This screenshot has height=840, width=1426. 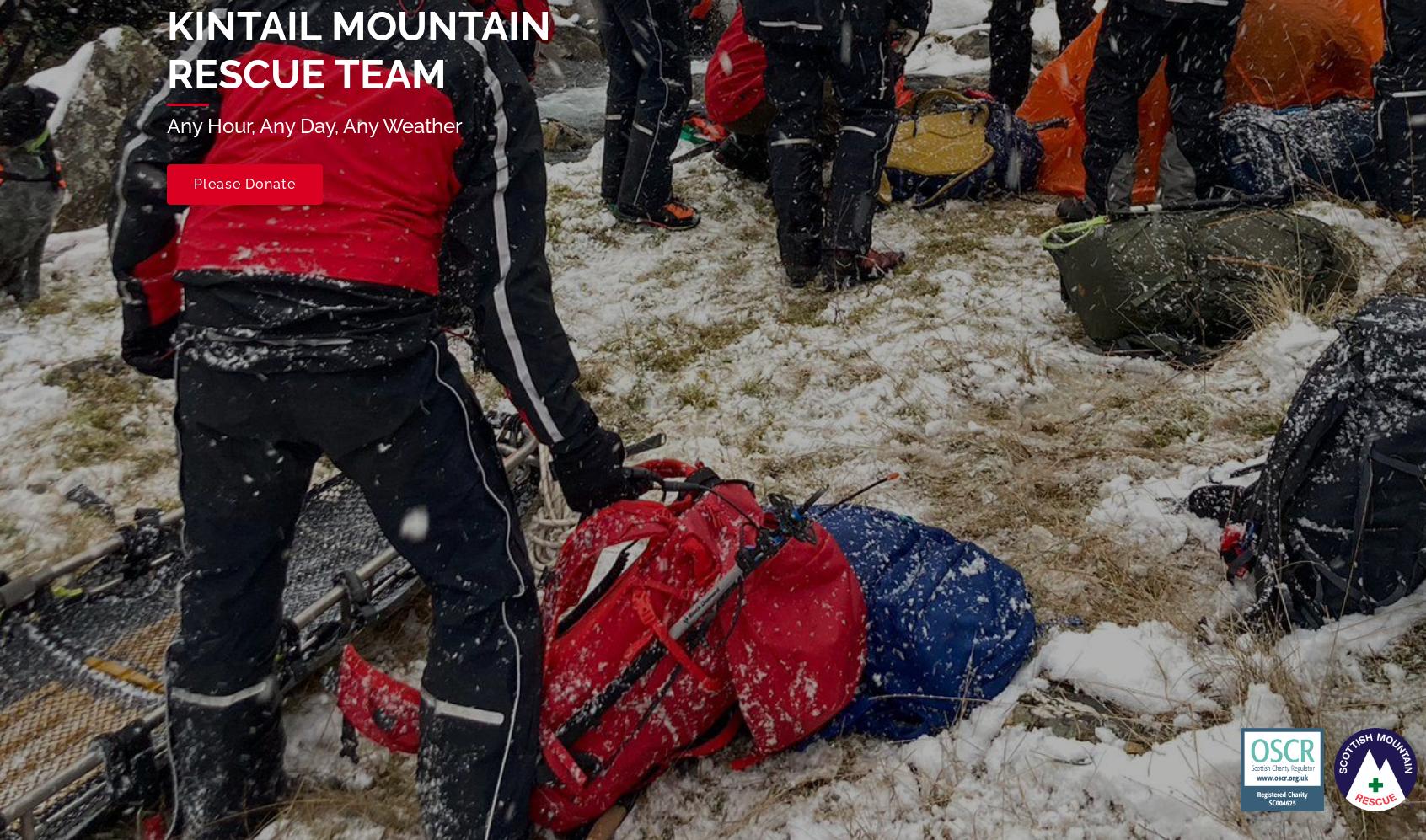 I want to click on 'Useful Links', so click(x=484, y=551).